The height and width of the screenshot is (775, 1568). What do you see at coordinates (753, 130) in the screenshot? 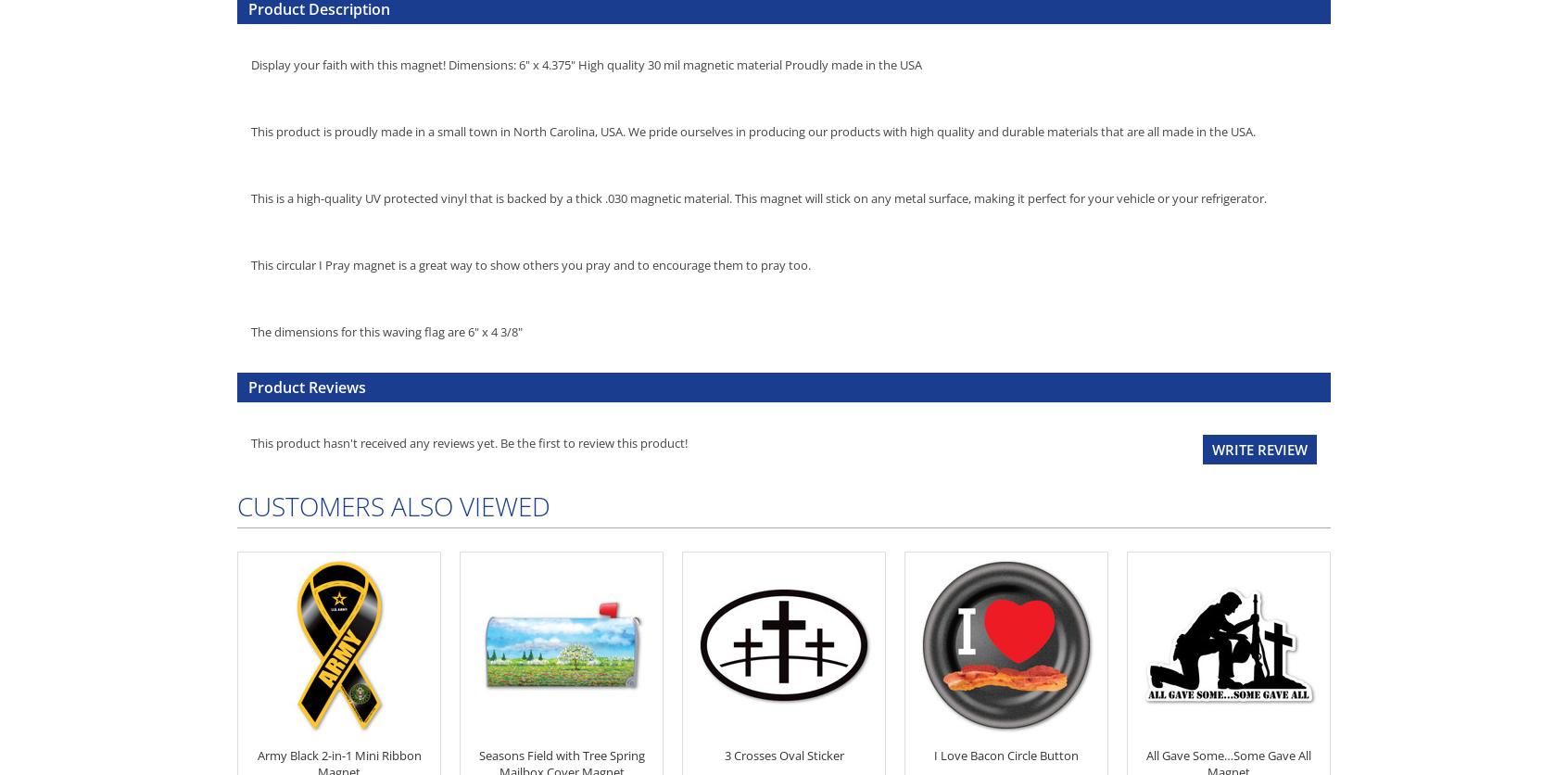
I see `'This product is proudly made in a small town in North Carolina, USA. We pride ourselves in producing our products with high quality and durable materials that are all made in the USA.'` at bounding box center [753, 130].